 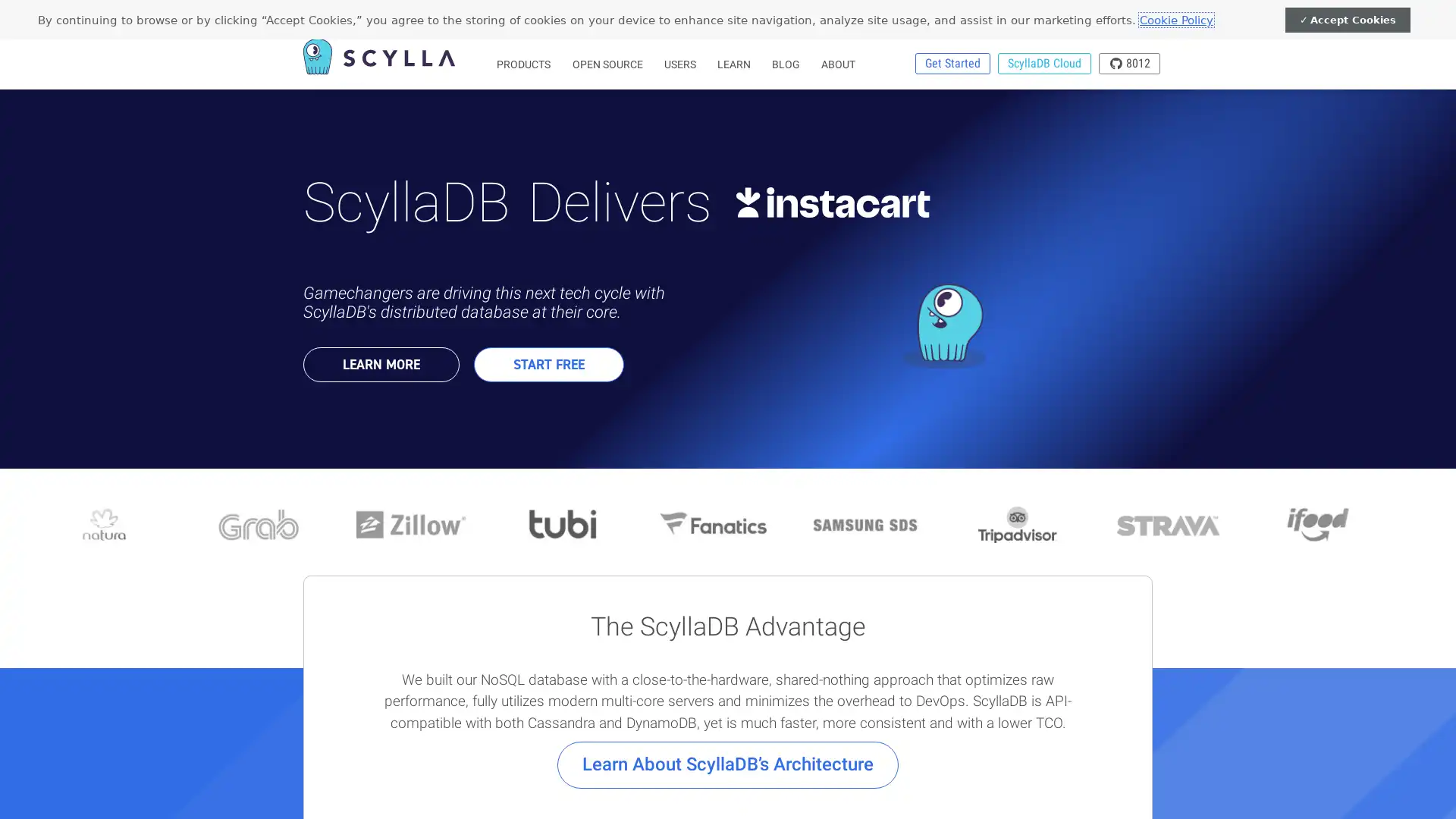 What do you see at coordinates (728, 765) in the screenshot?
I see `Learn About ScyllaDBs Architecture` at bounding box center [728, 765].